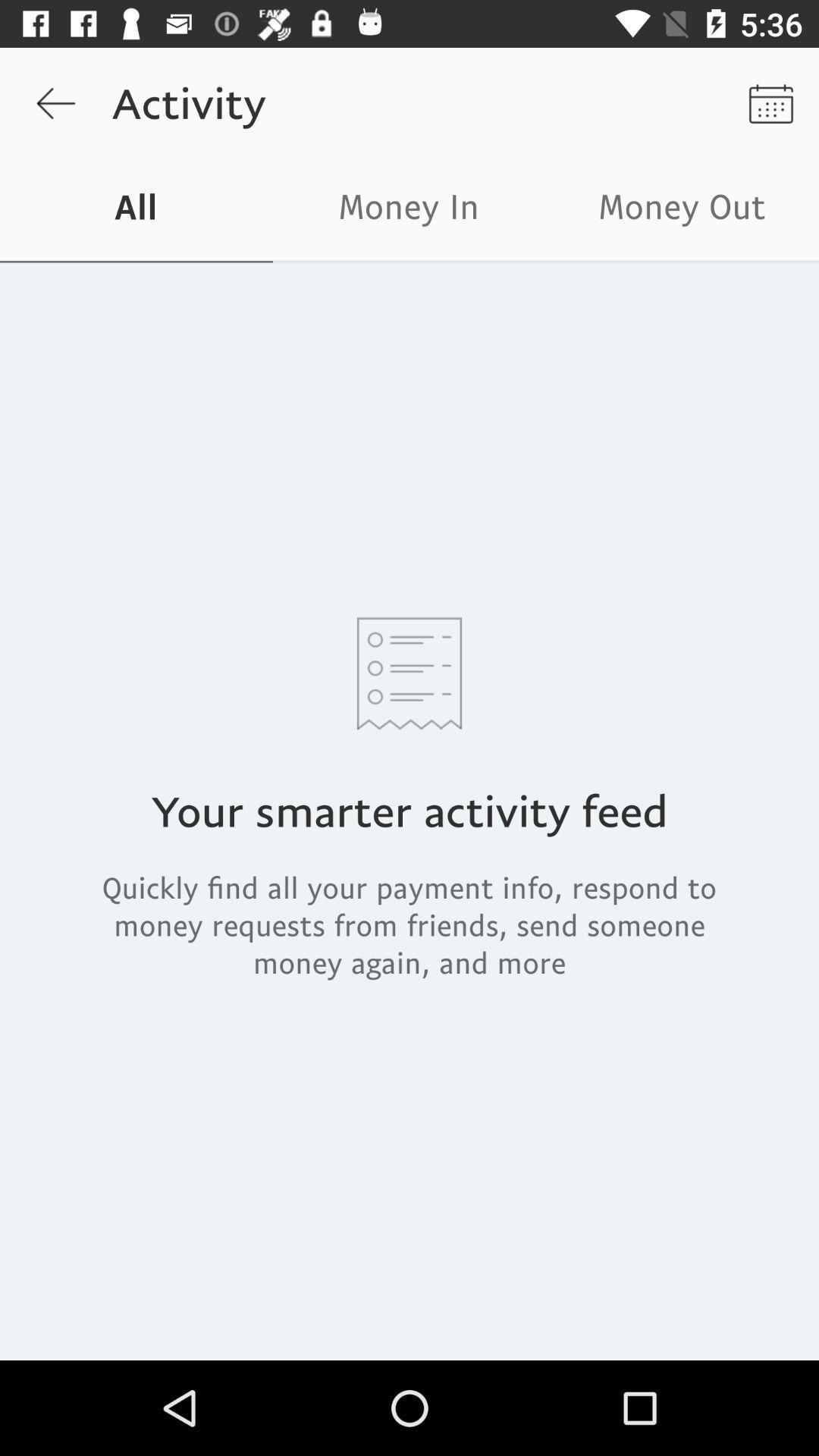  Describe the element at coordinates (771, 102) in the screenshot. I see `icon to the right of the activity icon` at that location.